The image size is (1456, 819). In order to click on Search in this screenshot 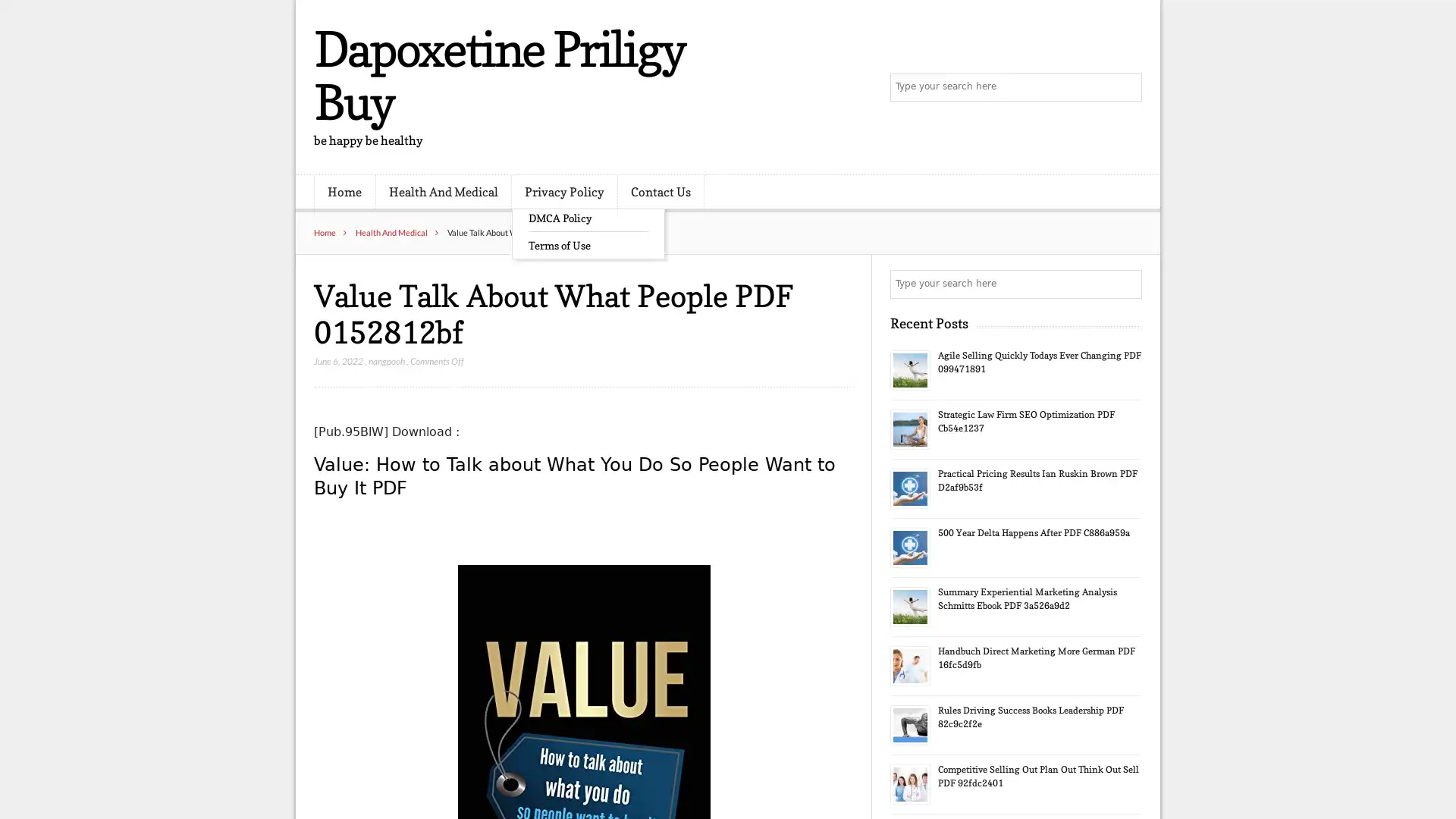, I will do `click(1126, 284)`.